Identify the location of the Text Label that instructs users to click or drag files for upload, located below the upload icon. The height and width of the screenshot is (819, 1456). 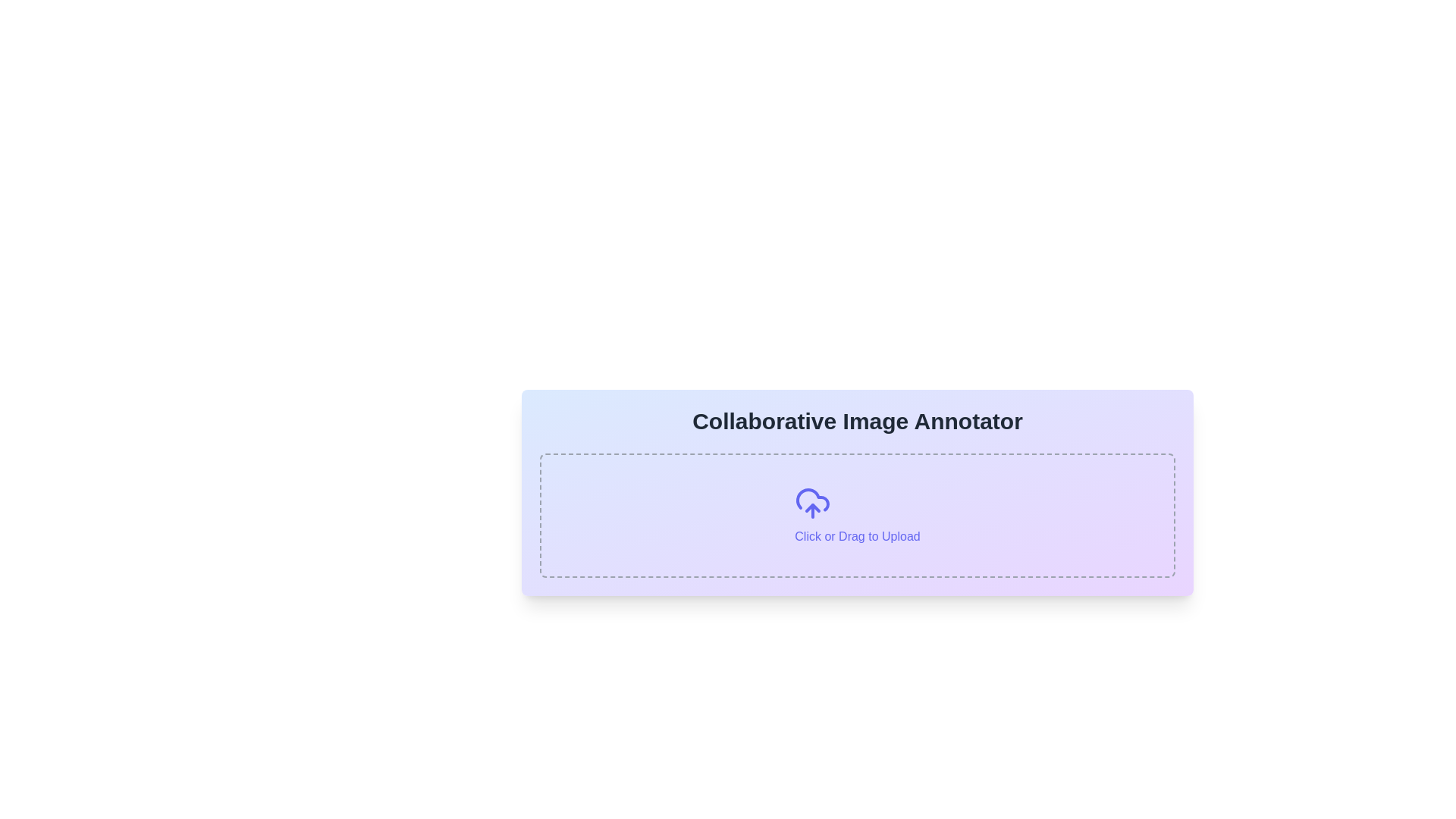
(858, 536).